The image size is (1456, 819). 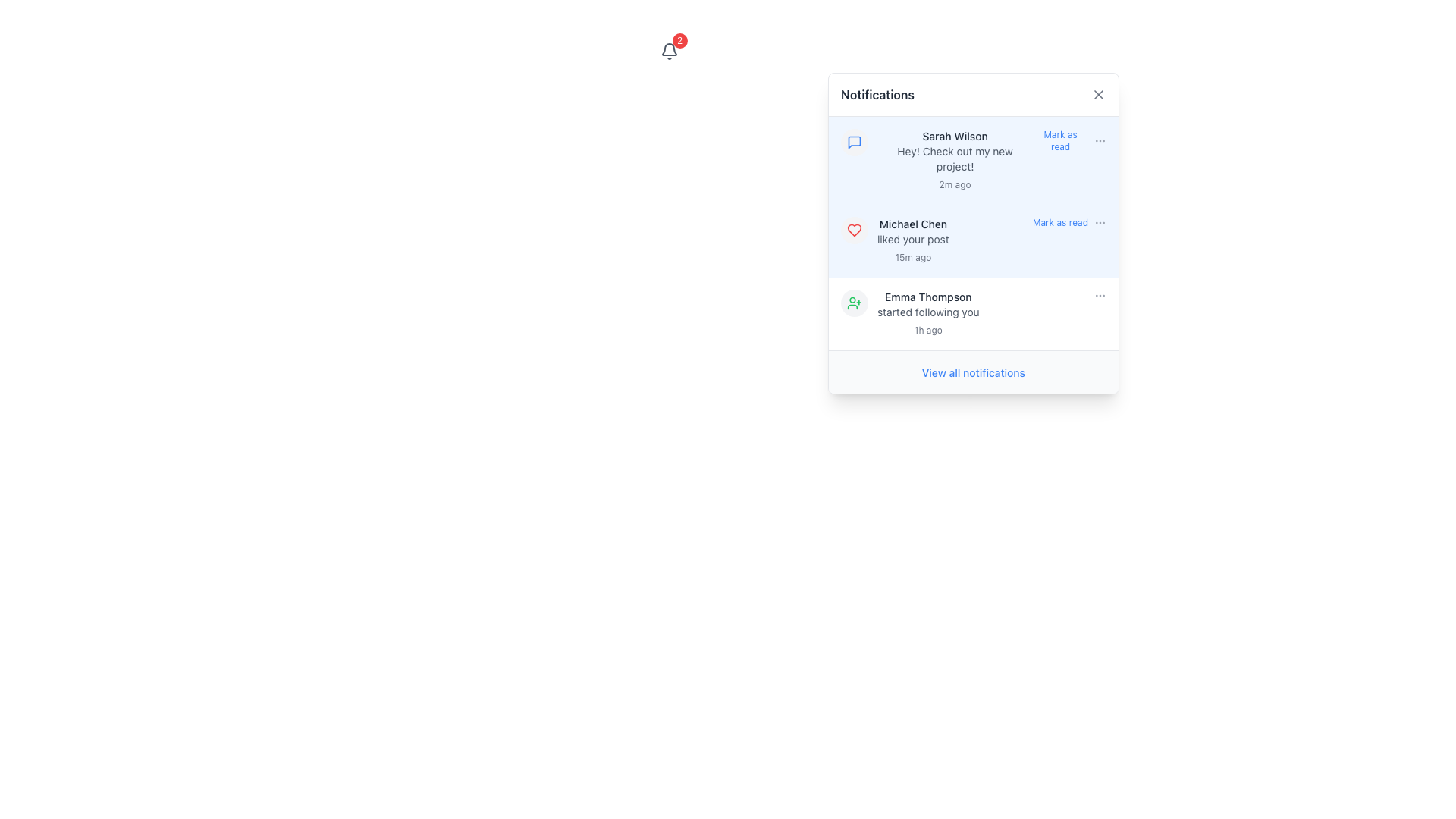 What do you see at coordinates (855, 143) in the screenshot?
I see `the circular icon with a blue speech bubble design located in the top-left corner of the first notification entry in the notification panel` at bounding box center [855, 143].